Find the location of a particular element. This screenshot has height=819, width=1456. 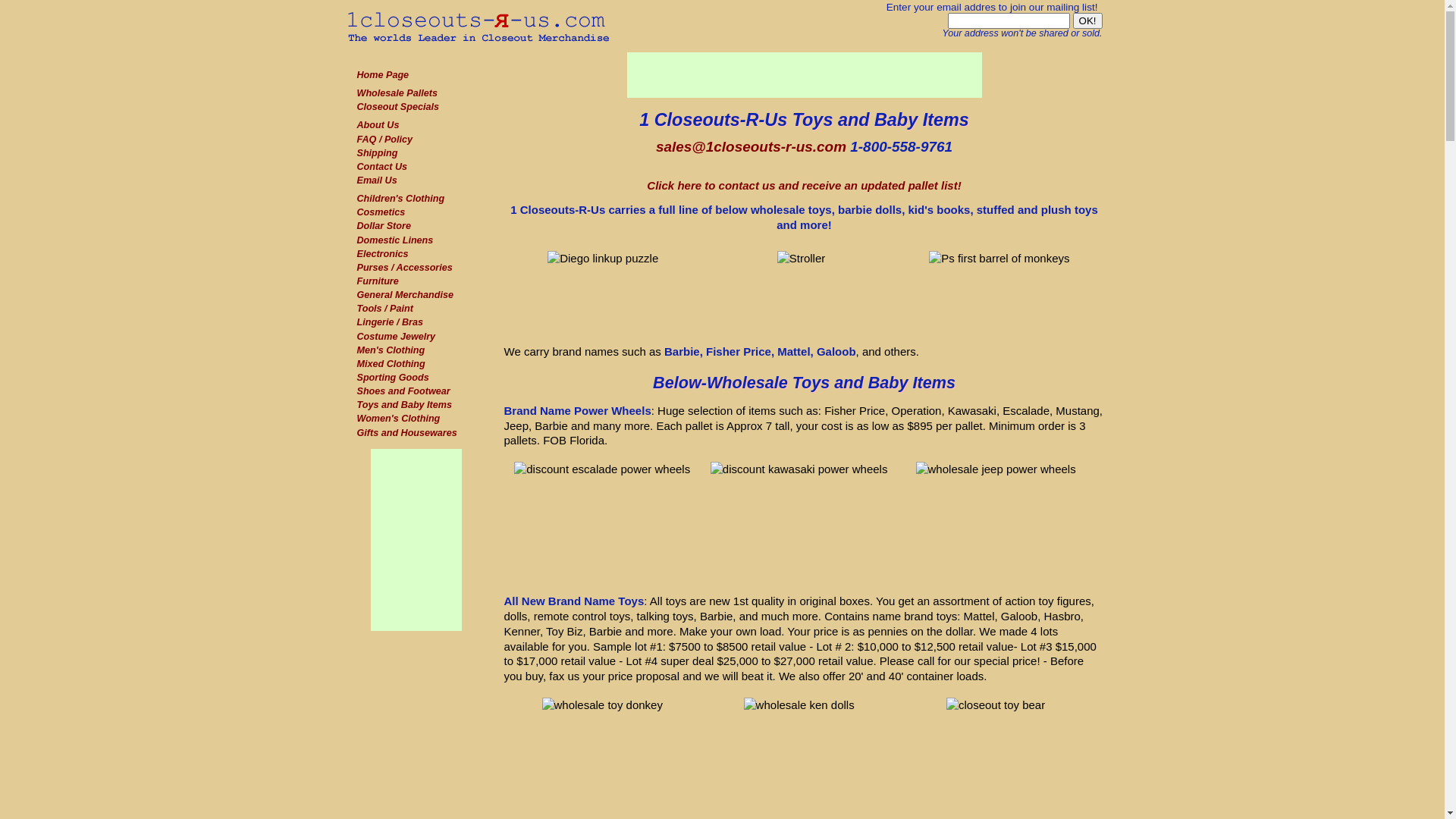

'Contact Us' is located at coordinates (356, 166).